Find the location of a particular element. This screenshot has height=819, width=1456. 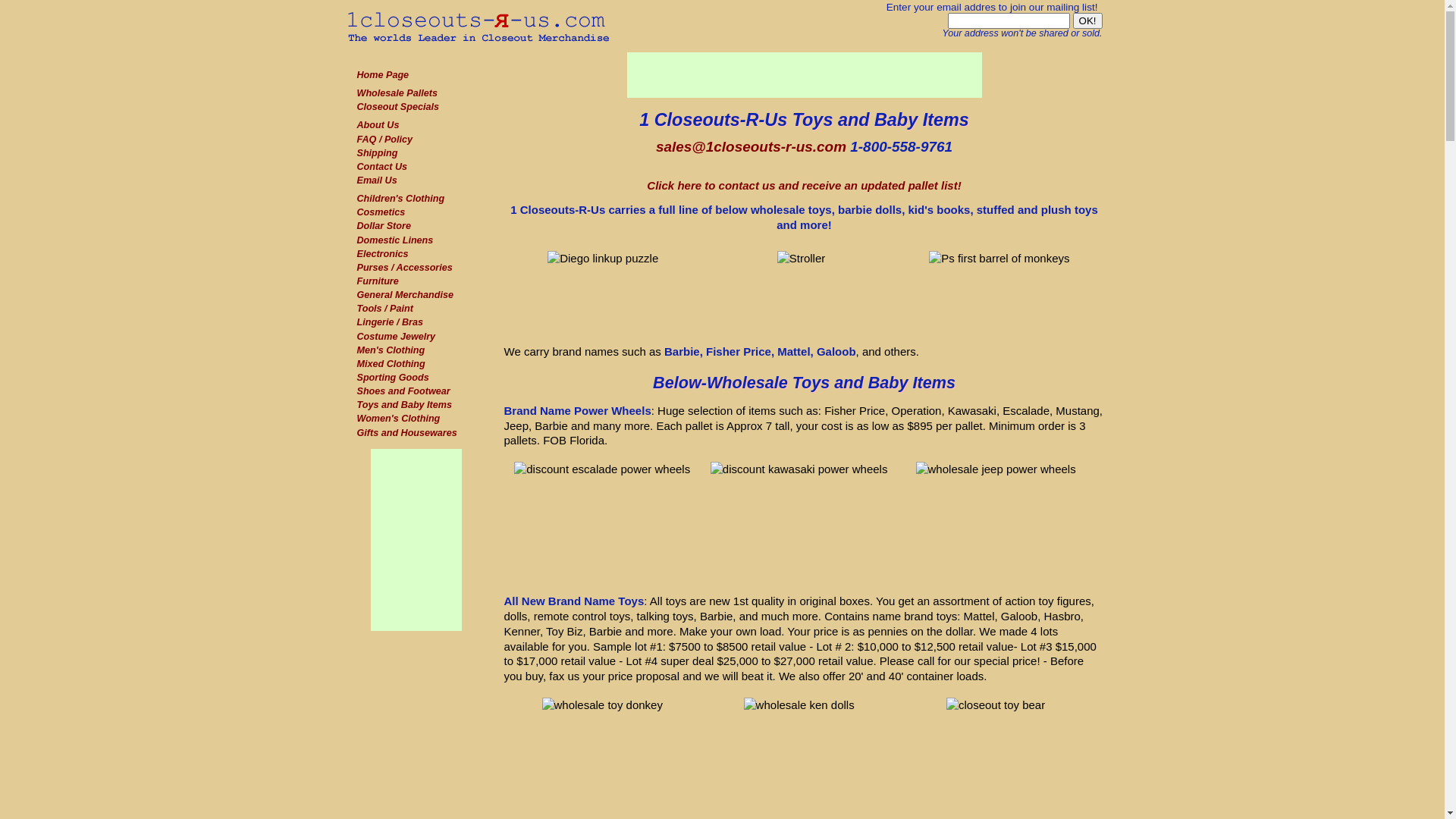

'Contact Us' is located at coordinates (356, 166).